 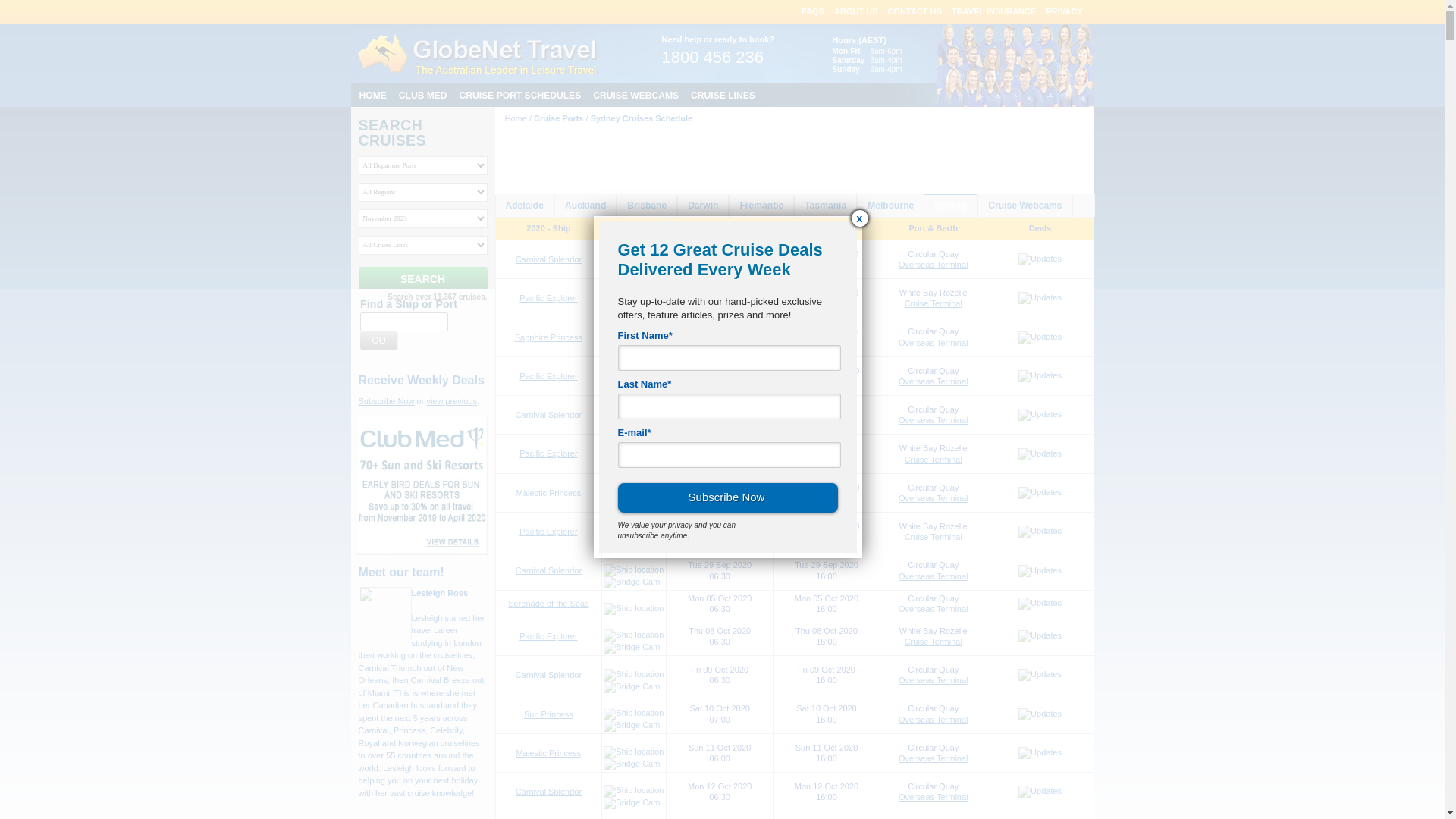 What do you see at coordinates (633, 714) in the screenshot?
I see `'Ship location'` at bounding box center [633, 714].